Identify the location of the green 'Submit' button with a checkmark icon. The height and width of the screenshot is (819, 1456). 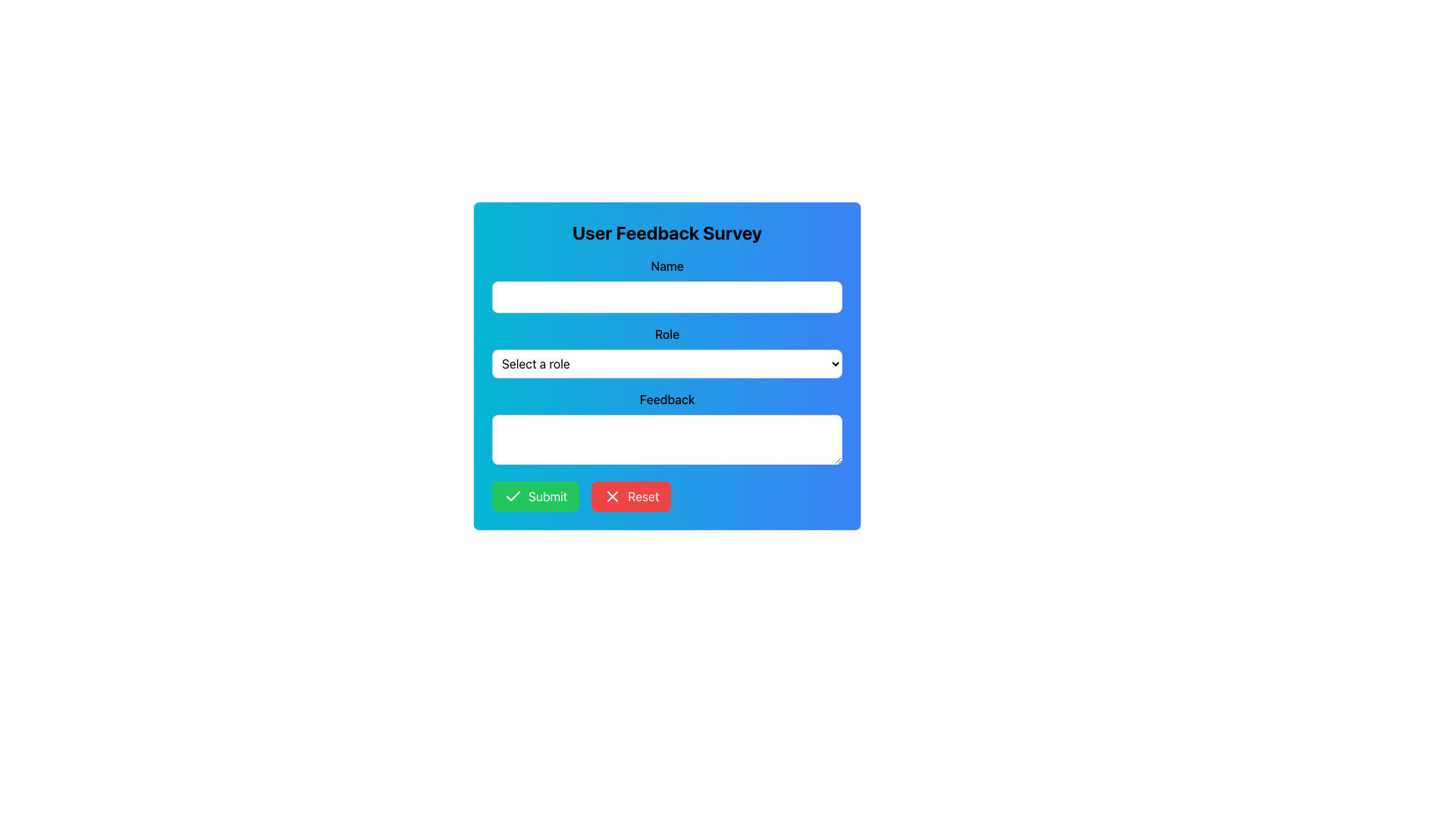
(535, 497).